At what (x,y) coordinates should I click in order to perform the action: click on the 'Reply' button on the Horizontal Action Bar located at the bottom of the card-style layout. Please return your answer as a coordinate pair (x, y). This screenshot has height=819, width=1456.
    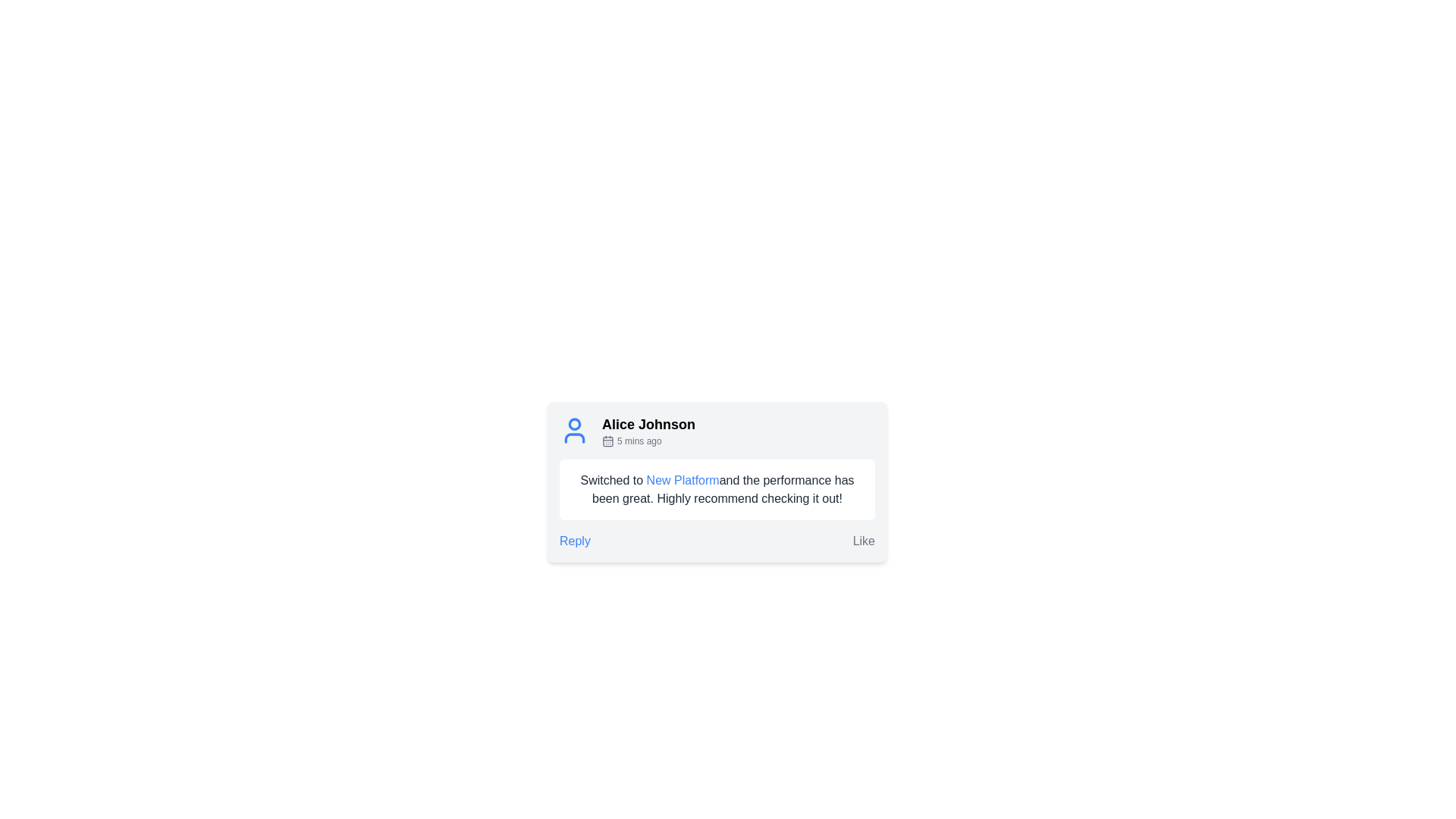
    Looking at the image, I should click on (716, 540).